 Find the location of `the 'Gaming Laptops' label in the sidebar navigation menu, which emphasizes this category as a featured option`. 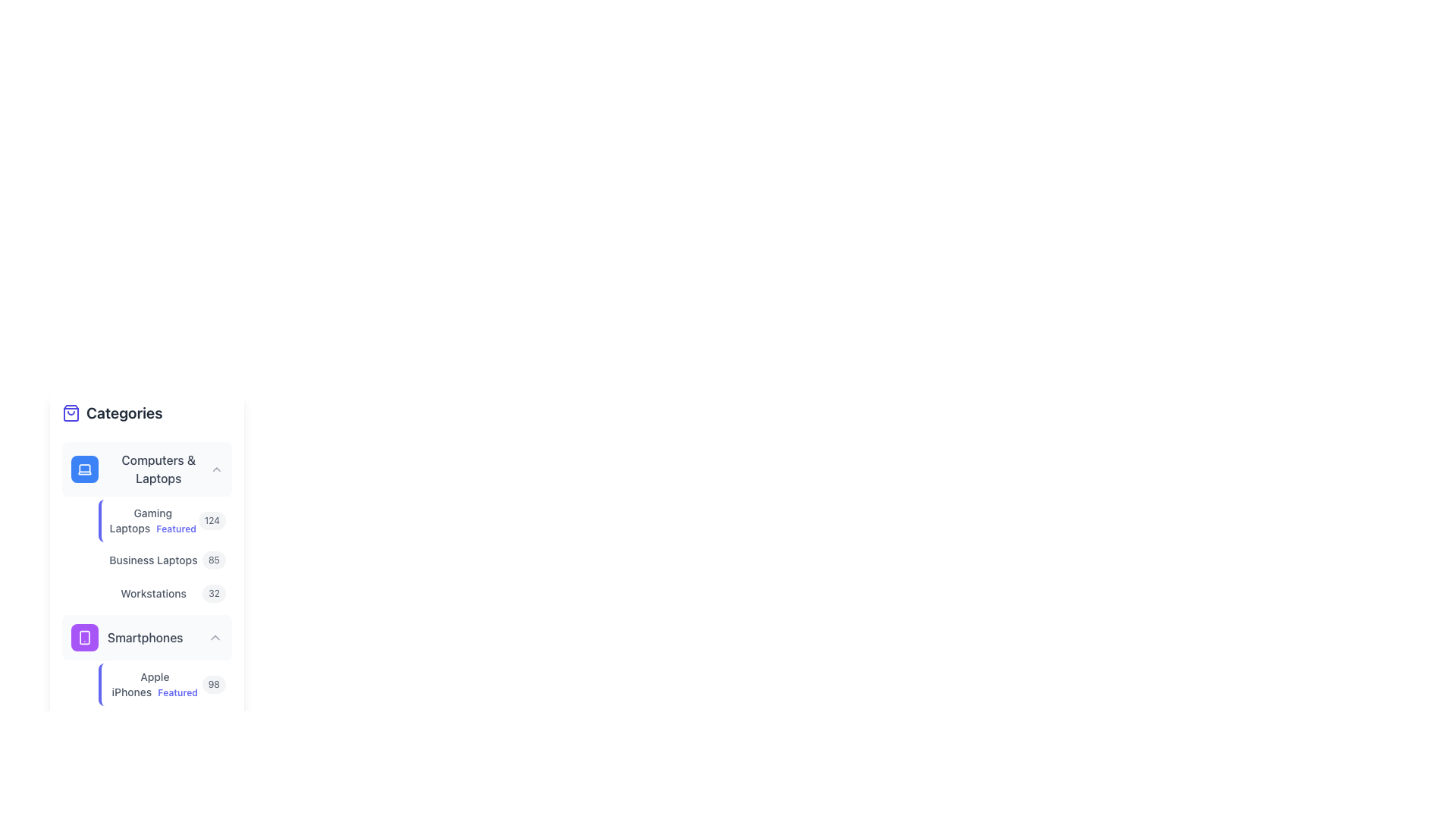

the 'Gaming Laptops' label in the sidebar navigation menu, which emphasizes this category as a featured option is located at coordinates (176, 528).